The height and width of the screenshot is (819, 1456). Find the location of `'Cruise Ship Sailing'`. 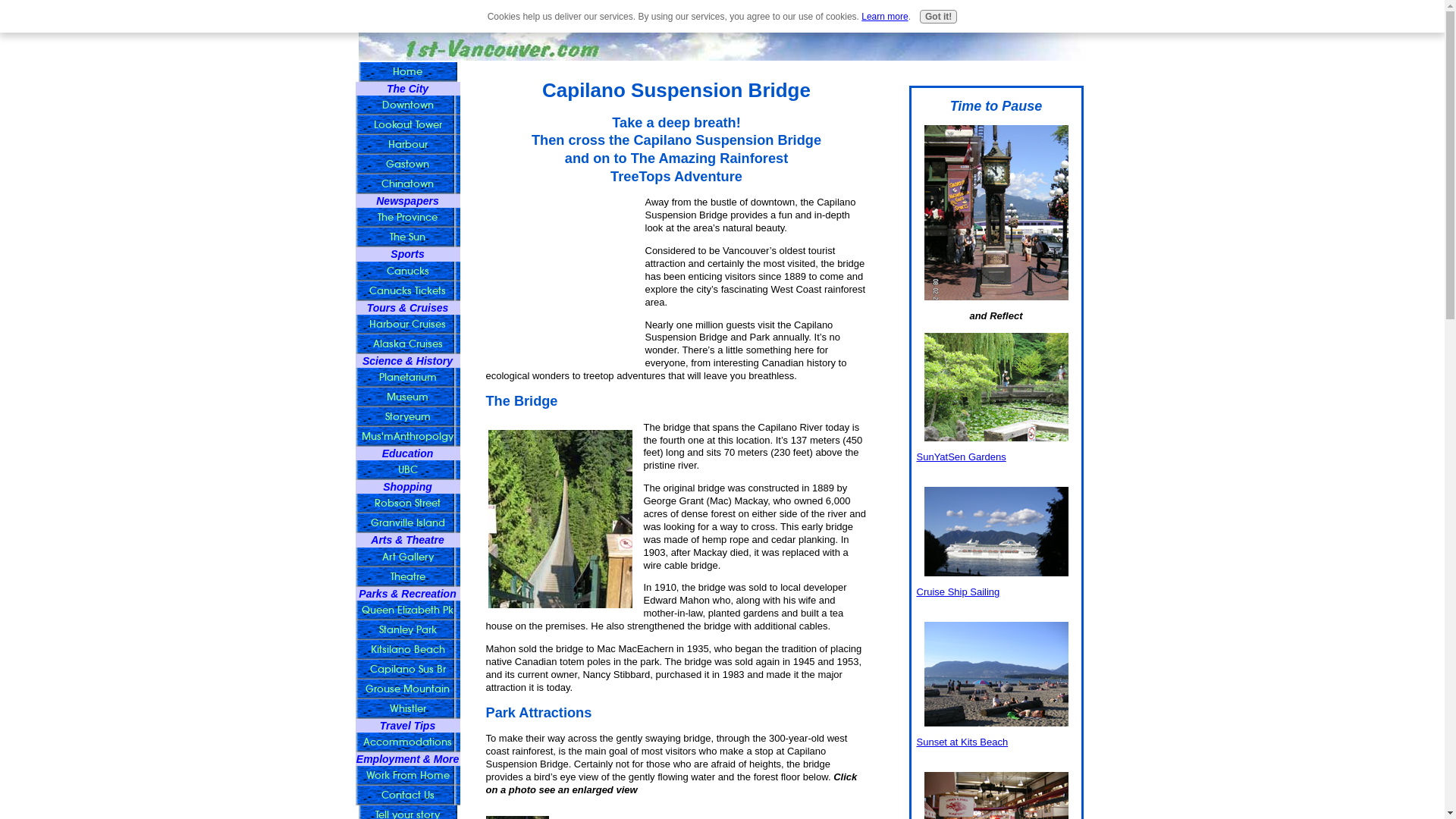

'Cruise Ship Sailing' is located at coordinates (956, 591).